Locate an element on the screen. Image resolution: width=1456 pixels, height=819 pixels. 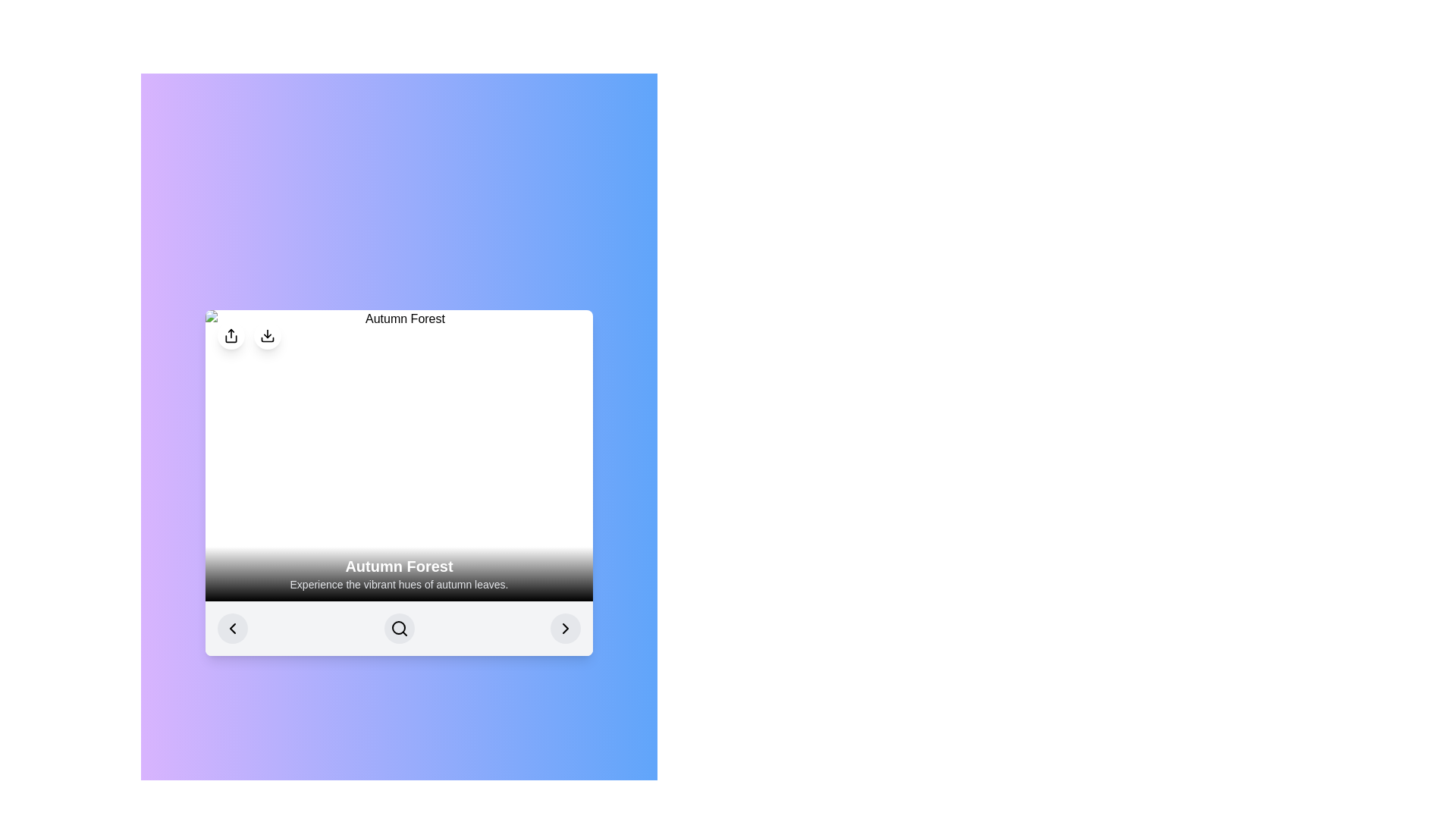
the SVG circle graphic component that forms the body of the search icon located at the bottom middle of the interface, below the 'Autumn Forest' text is located at coordinates (398, 628).